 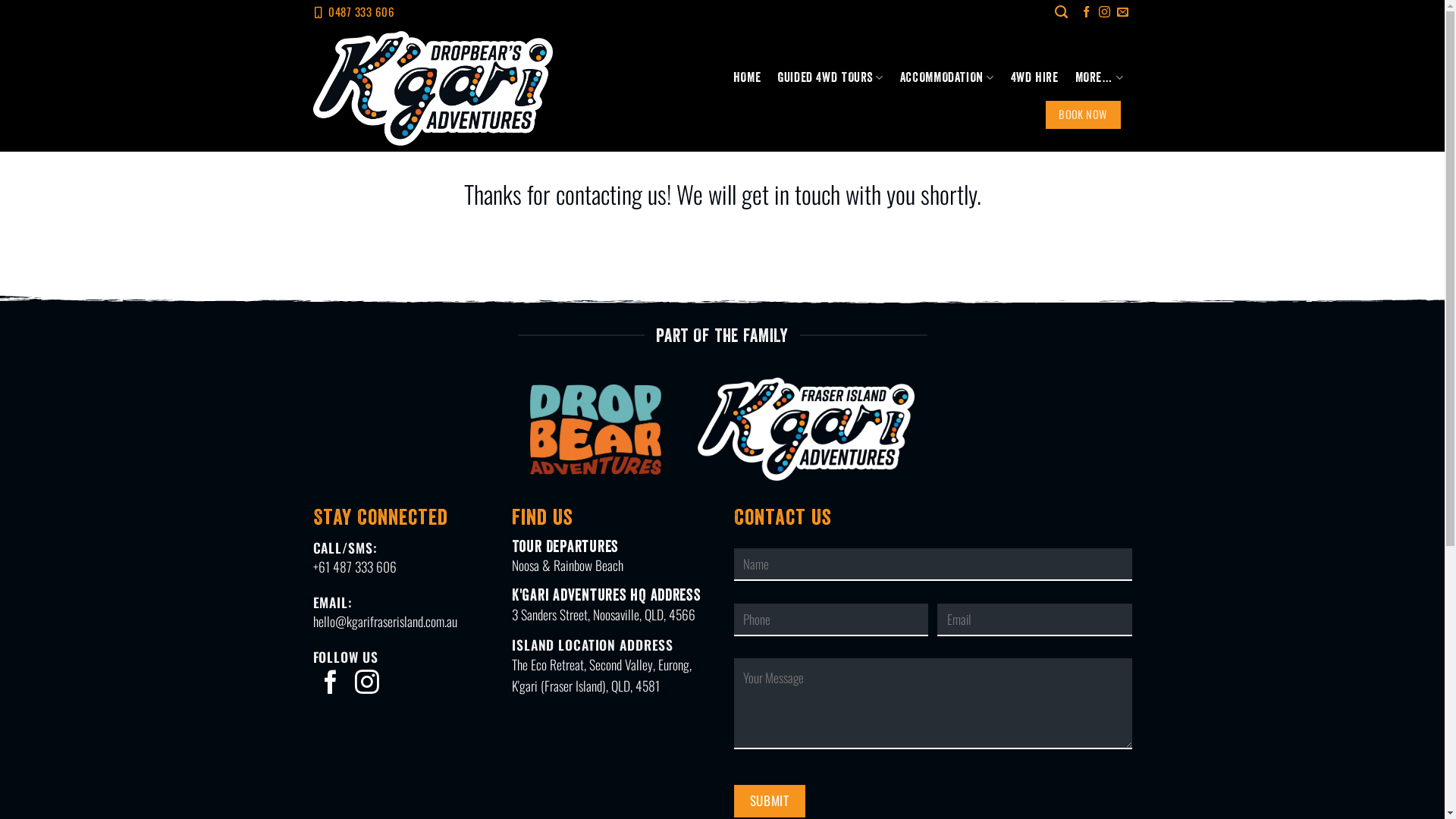 What do you see at coordinates (360, 11) in the screenshot?
I see `'0487 333 606'` at bounding box center [360, 11].